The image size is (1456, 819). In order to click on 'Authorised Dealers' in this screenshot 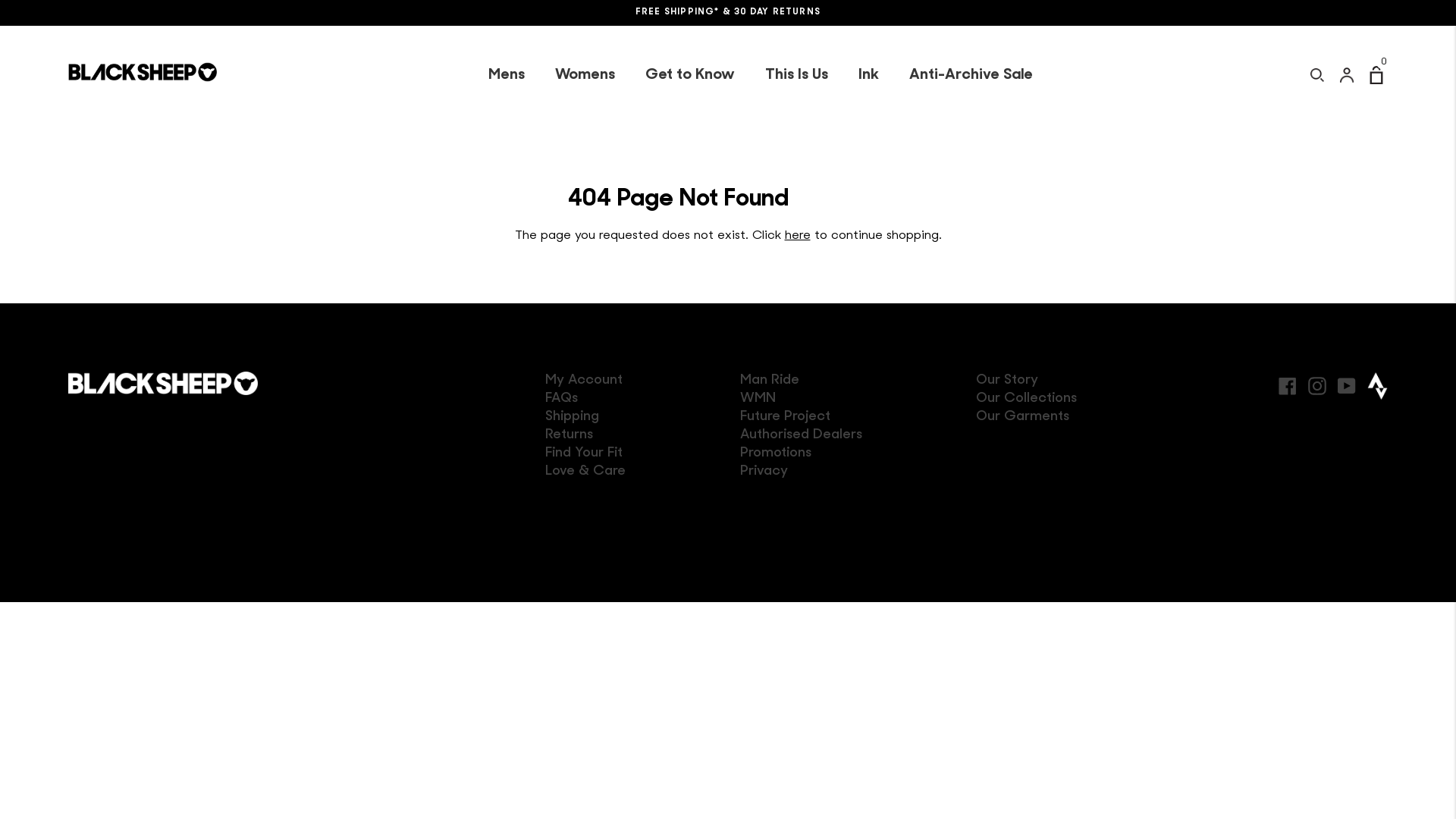, I will do `click(800, 435)`.